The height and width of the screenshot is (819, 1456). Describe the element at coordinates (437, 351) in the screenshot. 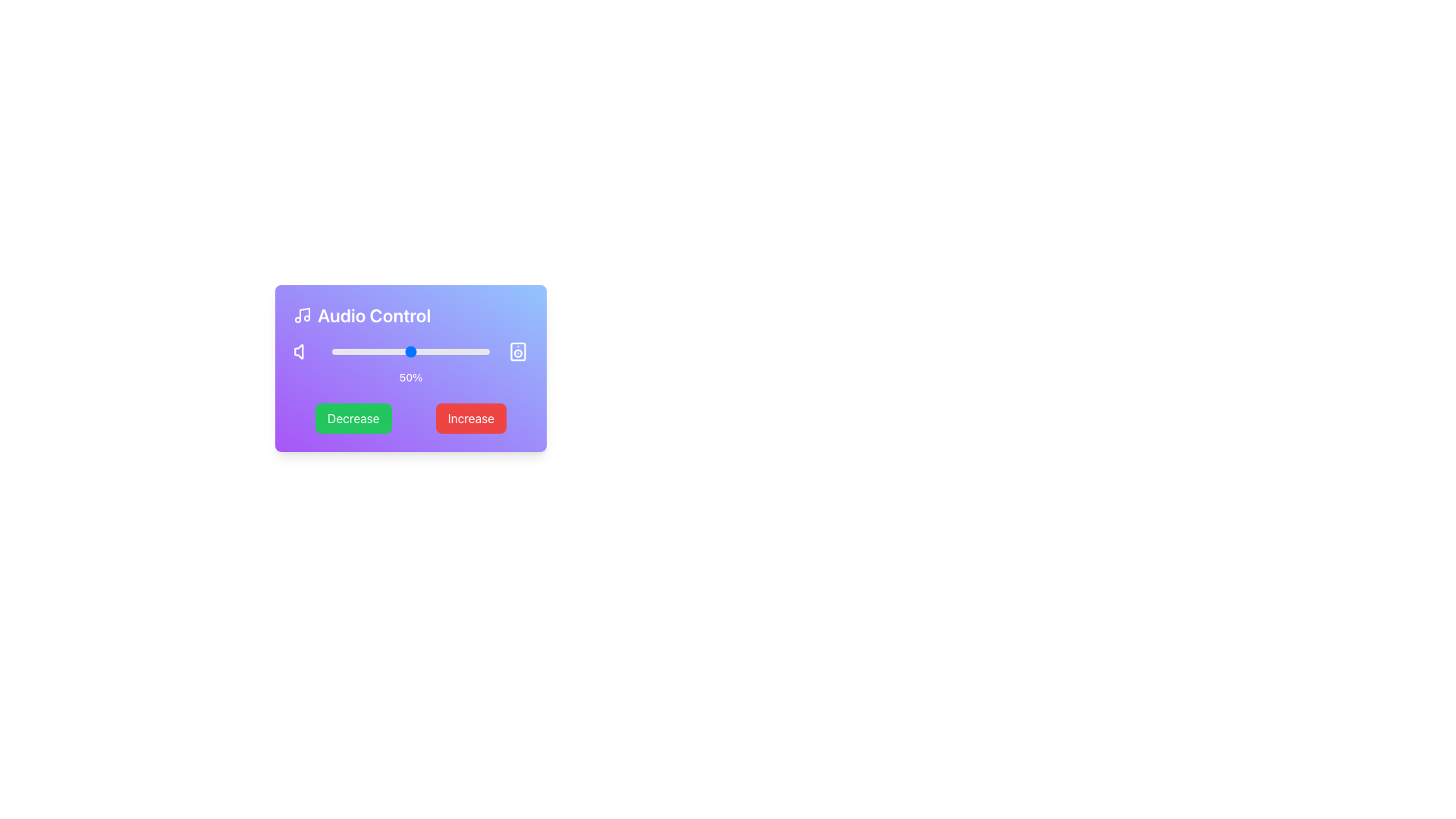

I see `volume` at that location.